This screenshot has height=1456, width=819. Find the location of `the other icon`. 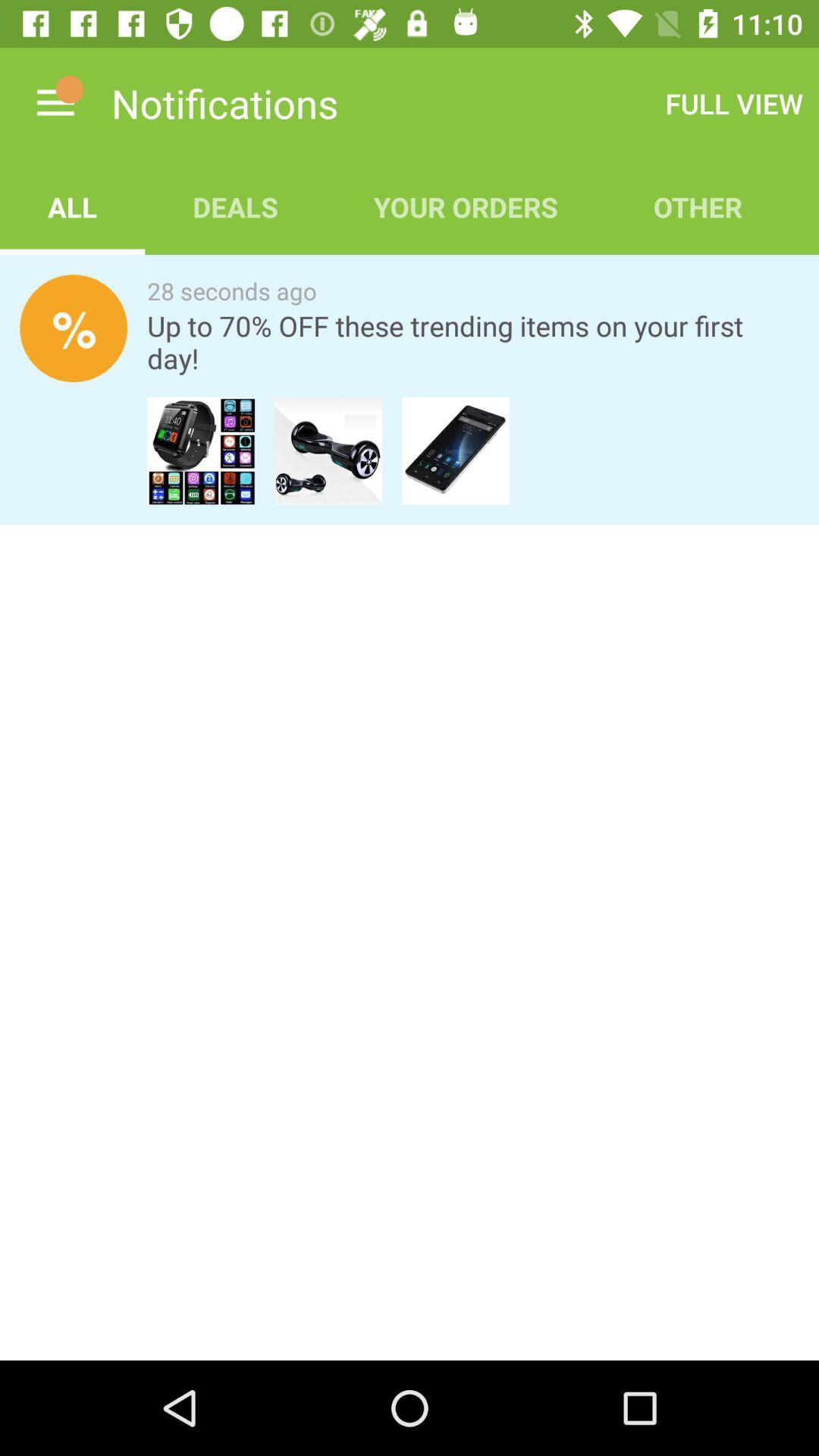

the other icon is located at coordinates (698, 206).